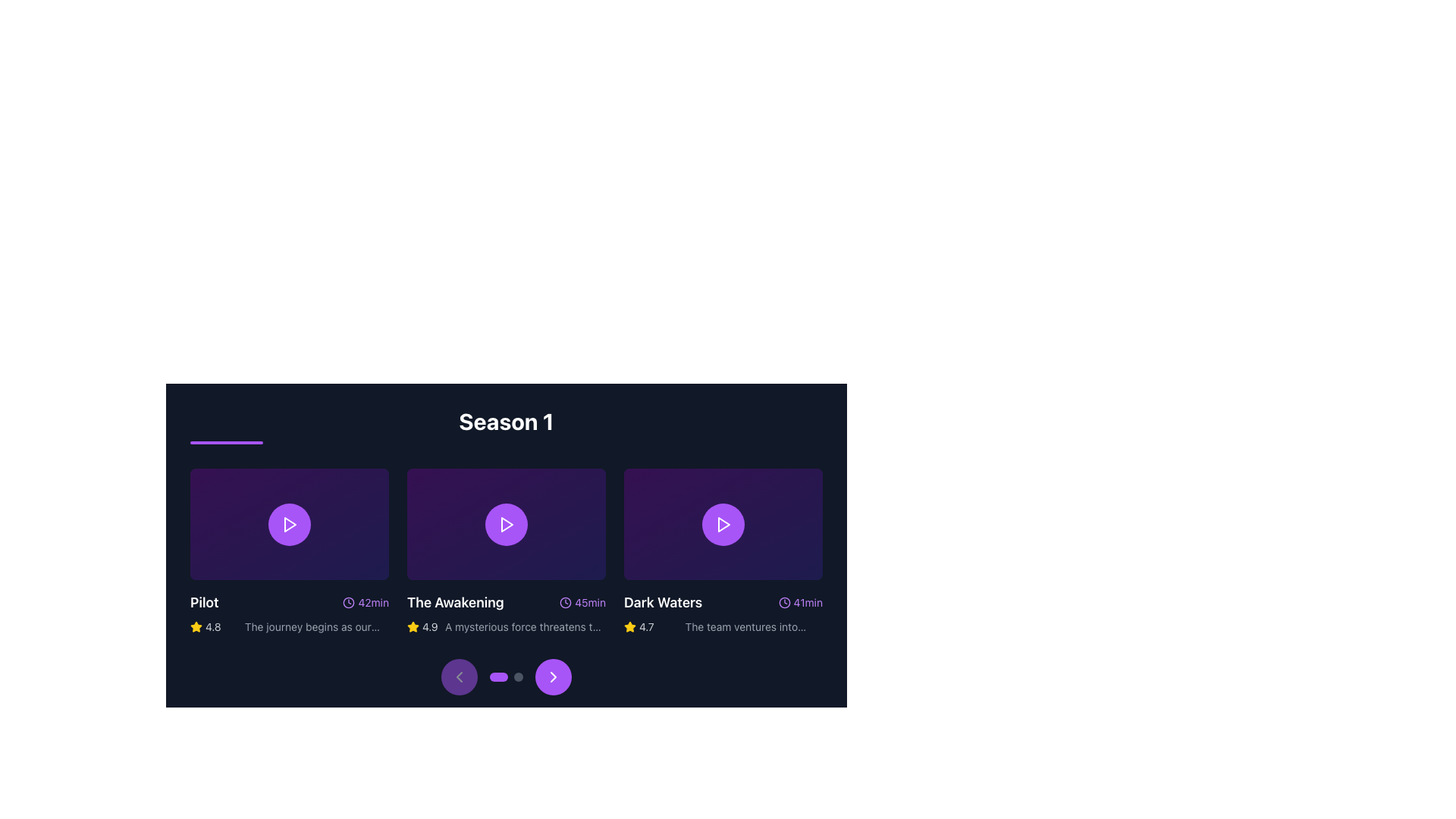 This screenshot has width=1456, height=819. I want to click on the circular button with a purple background and a left-pointing chevron arrow icon, so click(458, 676).